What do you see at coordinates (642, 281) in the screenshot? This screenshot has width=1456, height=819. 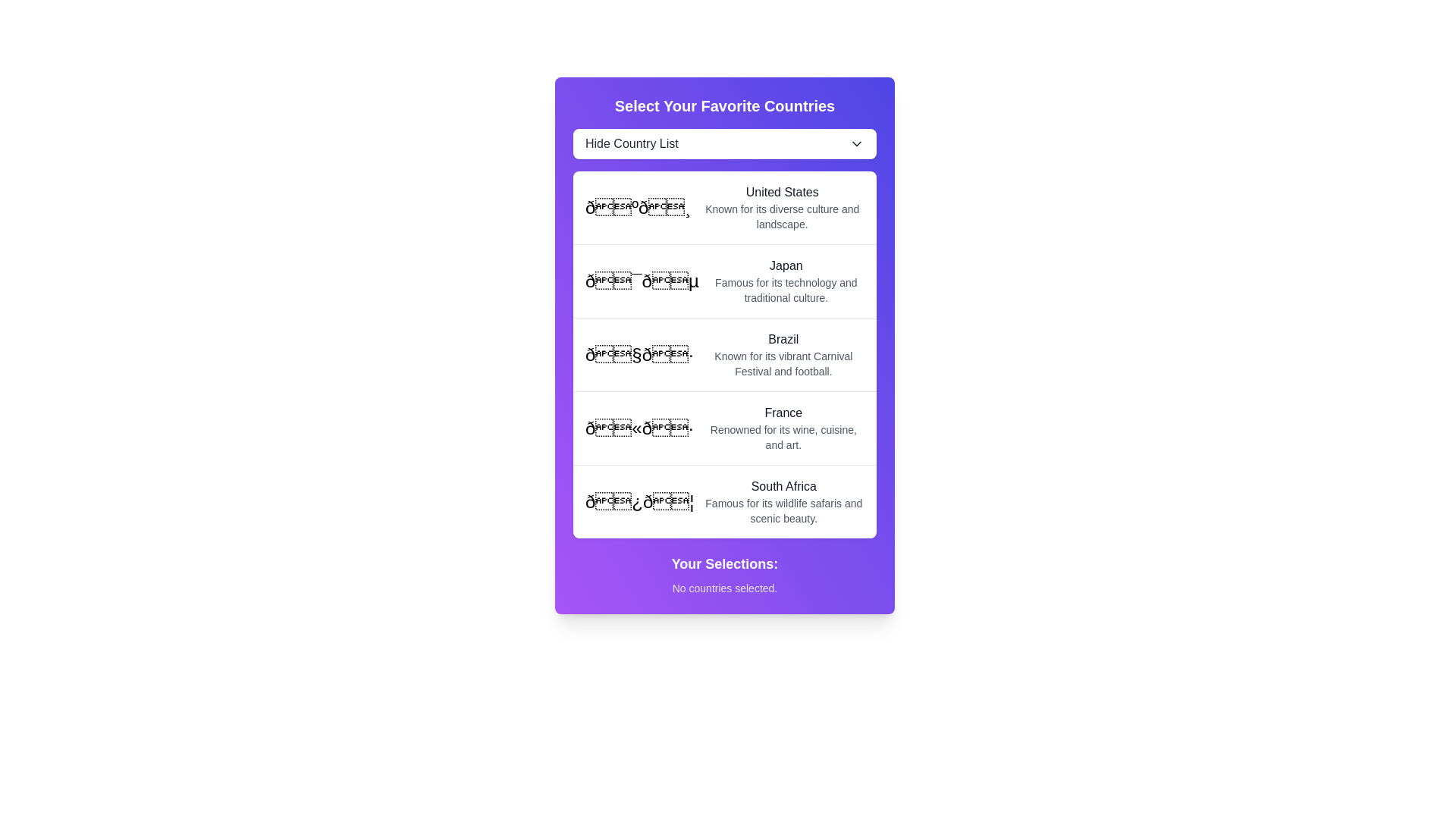 I see `the Japan flag emoji element located on the left side of the Japan item entry` at bounding box center [642, 281].